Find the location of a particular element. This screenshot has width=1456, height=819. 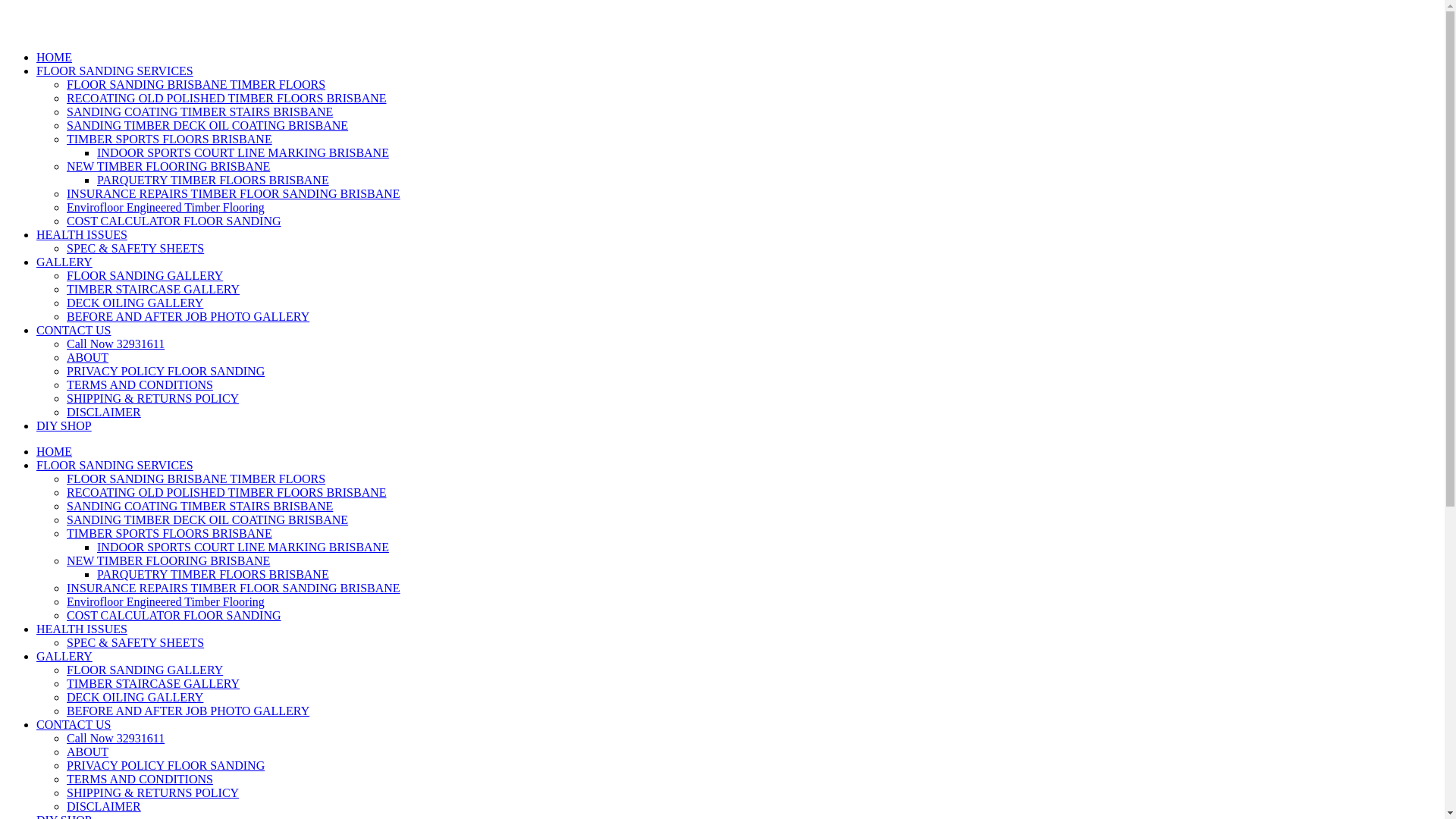

'INSURANCE REPAIRS TIMBER FLOOR SANDING BRISBANE' is located at coordinates (232, 587).